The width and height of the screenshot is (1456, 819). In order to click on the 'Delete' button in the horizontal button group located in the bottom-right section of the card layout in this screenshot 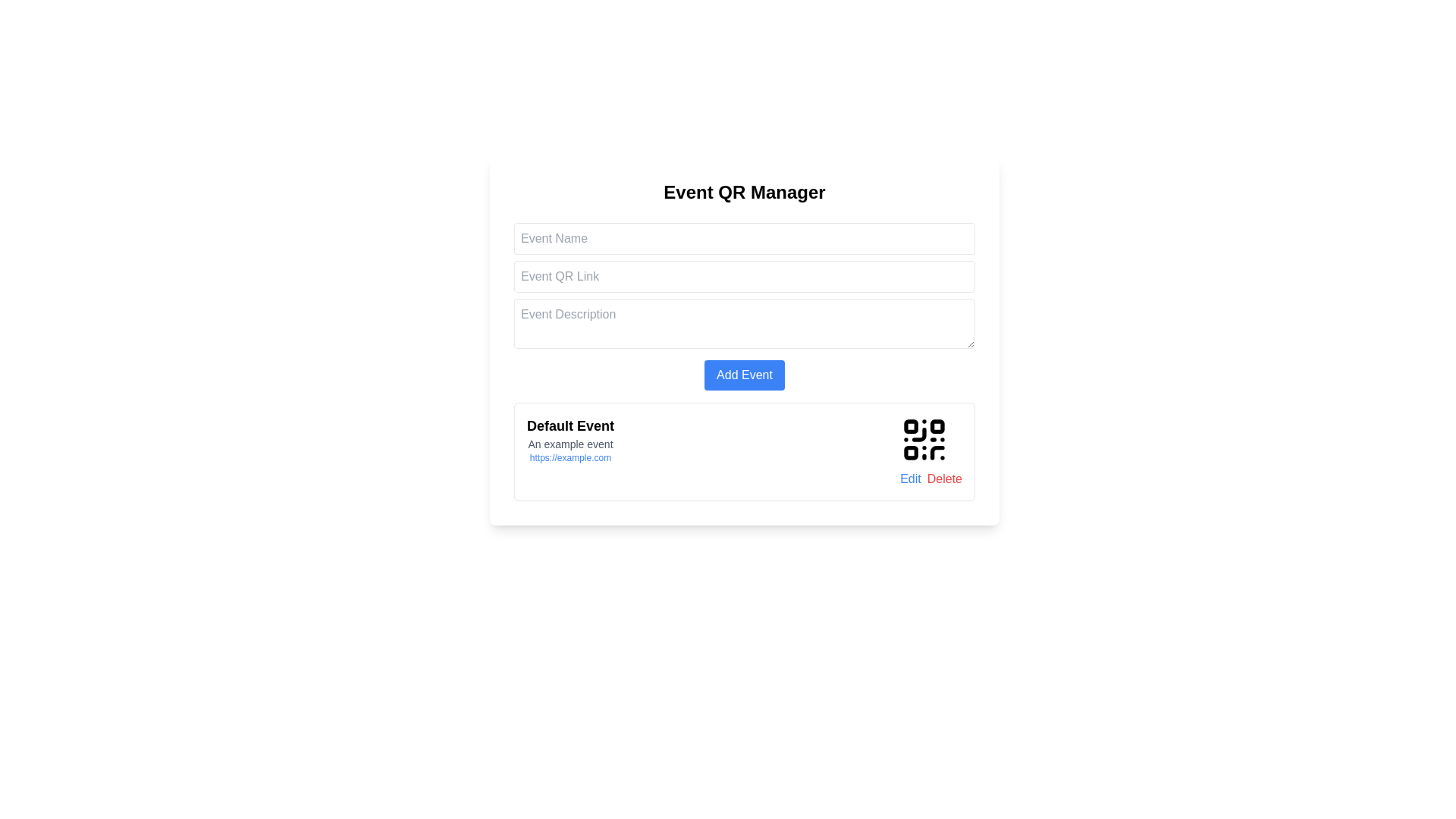, I will do `click(930, 479)`.